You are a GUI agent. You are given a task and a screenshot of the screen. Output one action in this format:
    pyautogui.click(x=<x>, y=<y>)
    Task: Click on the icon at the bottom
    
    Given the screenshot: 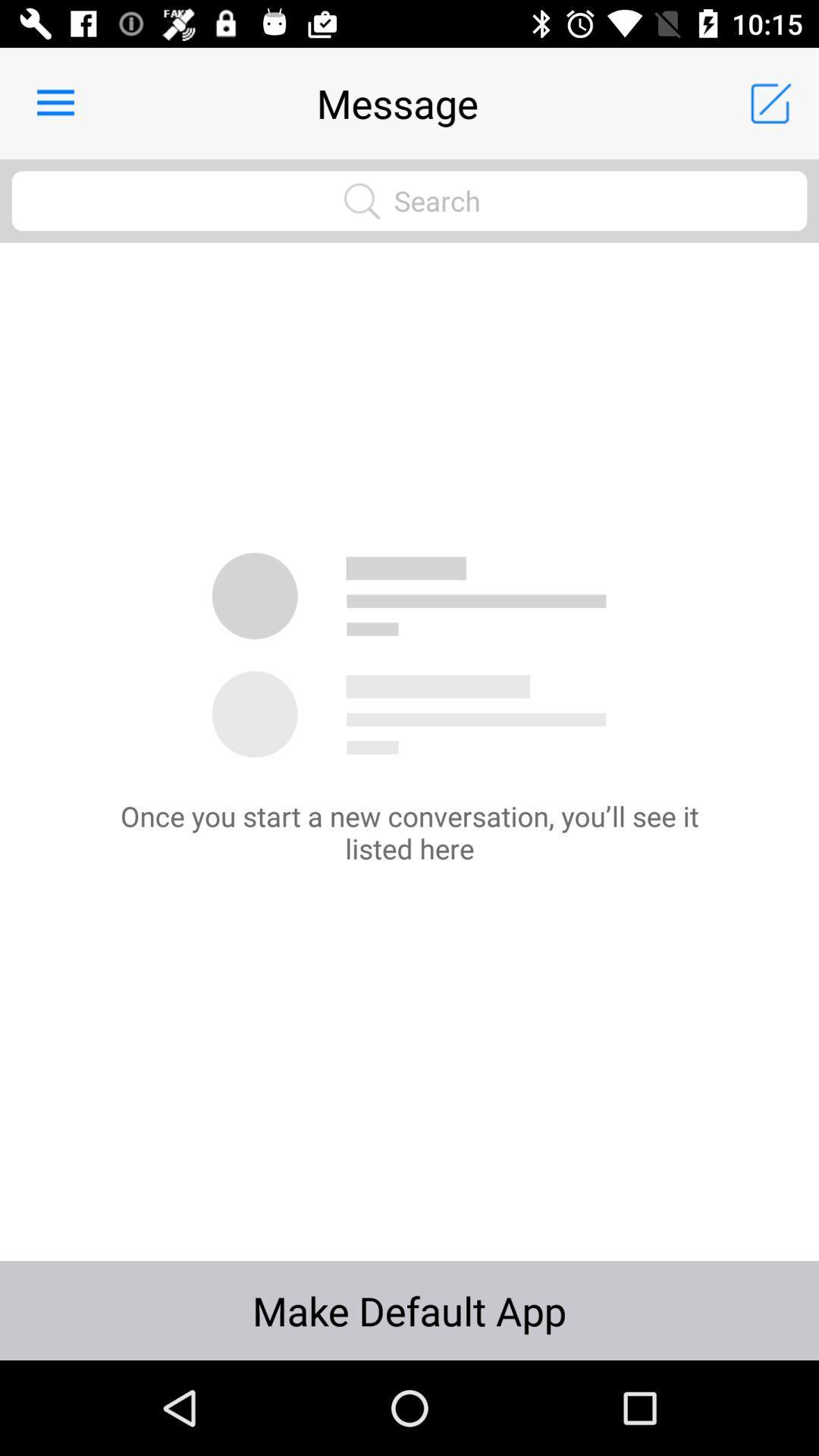 What is the action you would take?
    pyautogui.click(x=409, y=1310)
    